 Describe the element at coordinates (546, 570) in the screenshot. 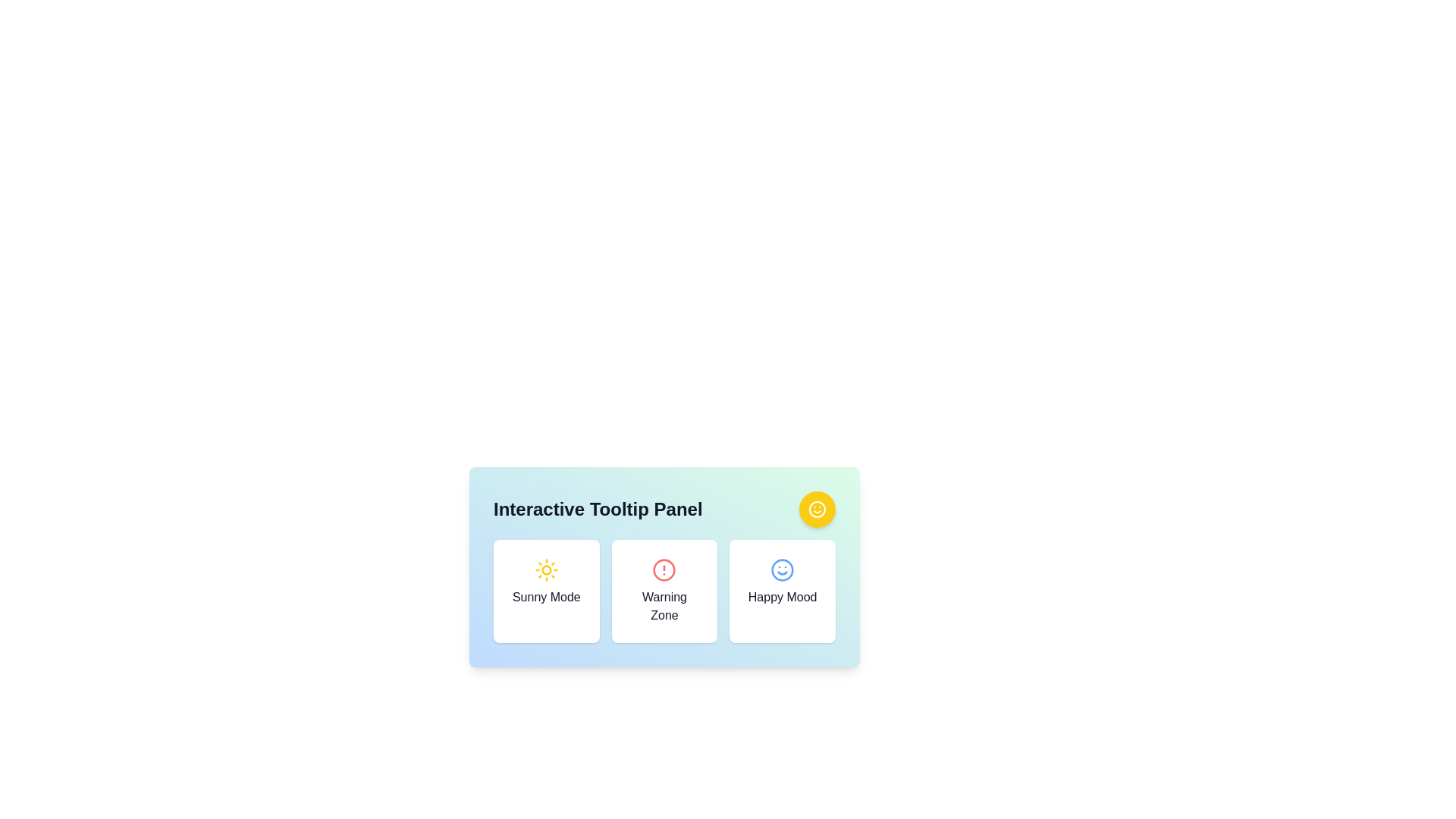

I see `the 'Sunny Mode' circle element, which is part of the solar icon in the left panel of the 'Interactive Tooltip Panel'` at that location.